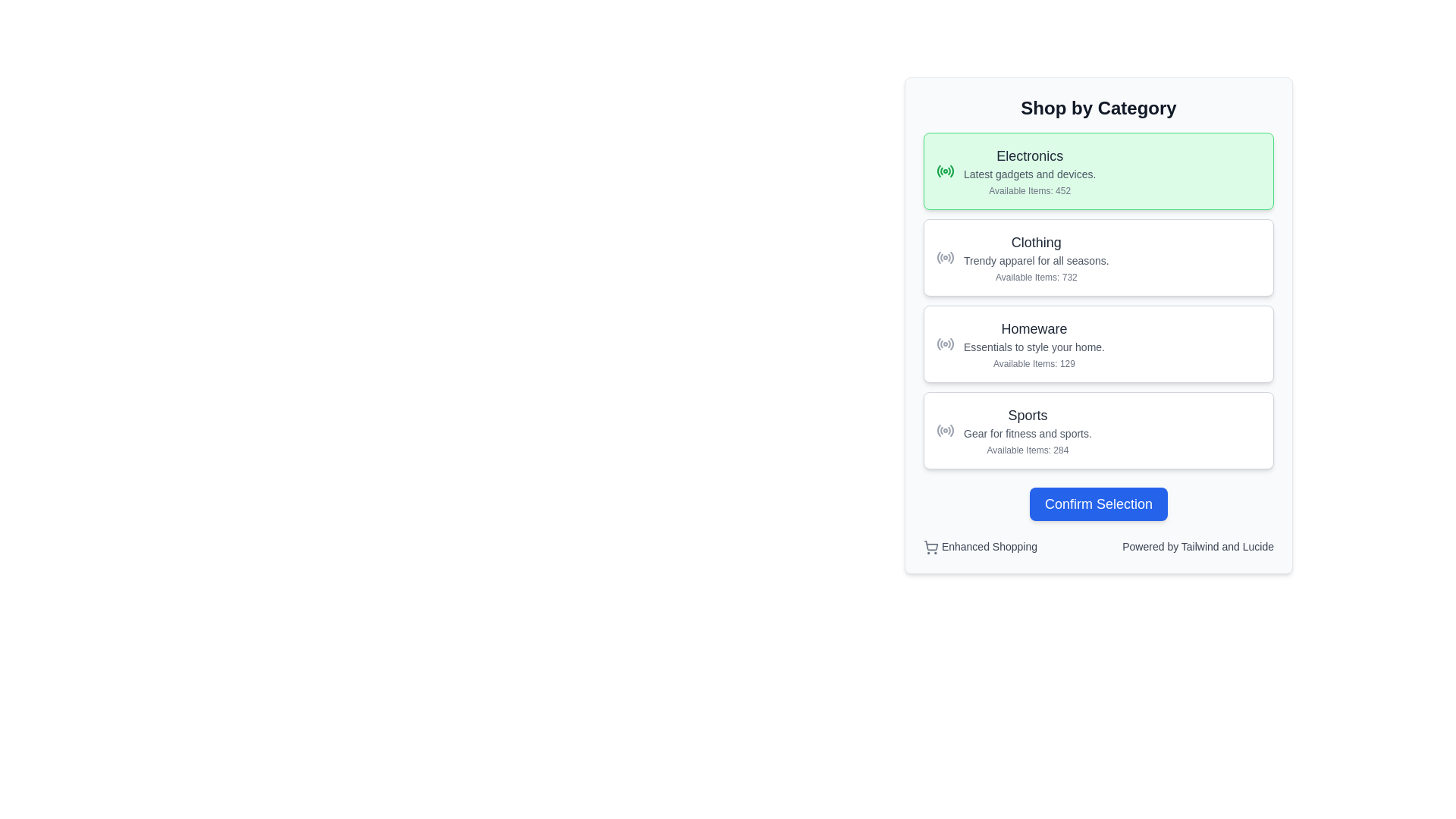  I want to click on the 'Clothing' card element, which is the second card in a vertical stack of four cards, featuring a white background, gray border, and the title 'Clothing', so click(1099, 256).